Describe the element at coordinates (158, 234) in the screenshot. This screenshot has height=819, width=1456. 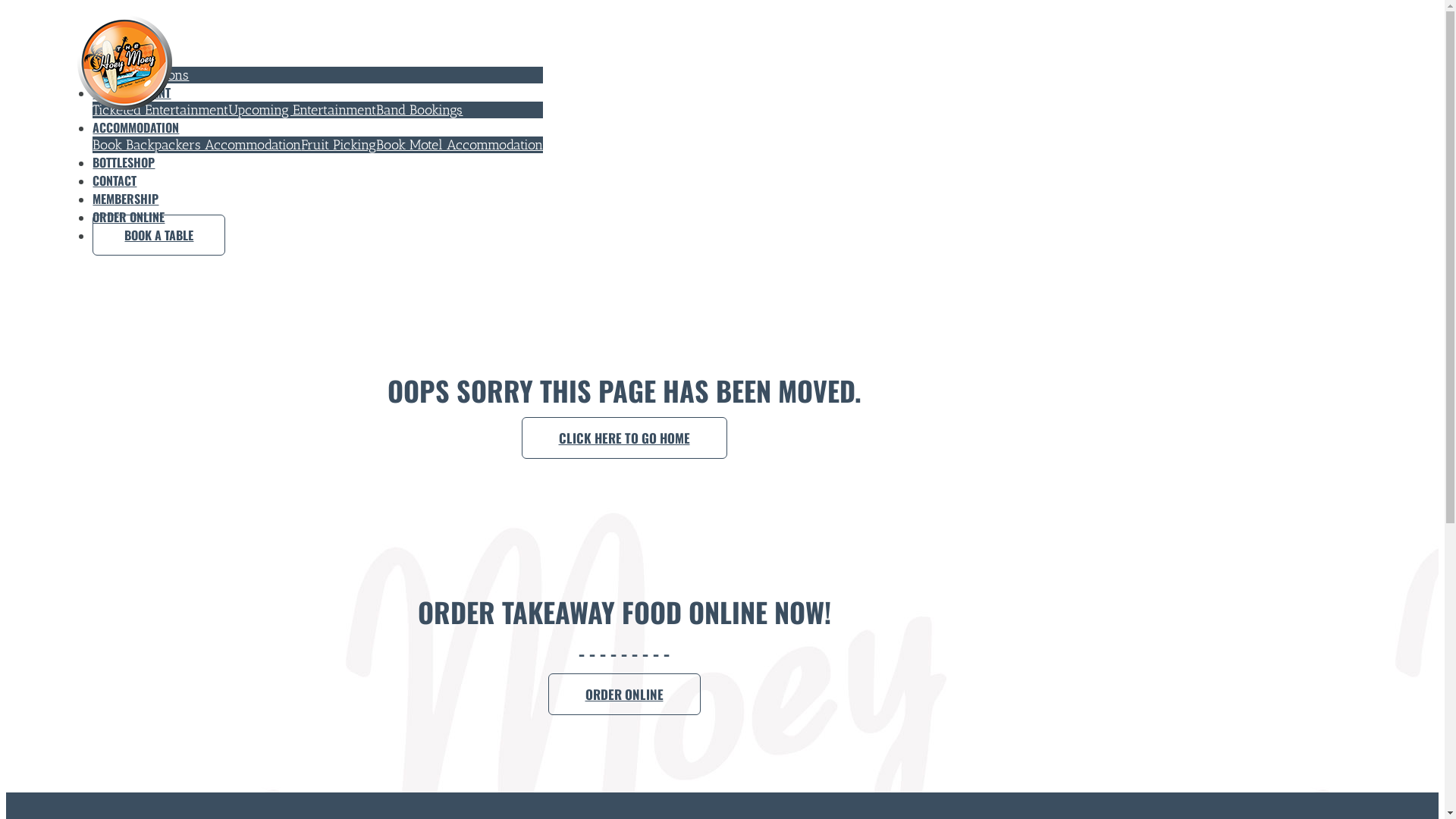
I see `'BOOK A TABLE'` at that location.